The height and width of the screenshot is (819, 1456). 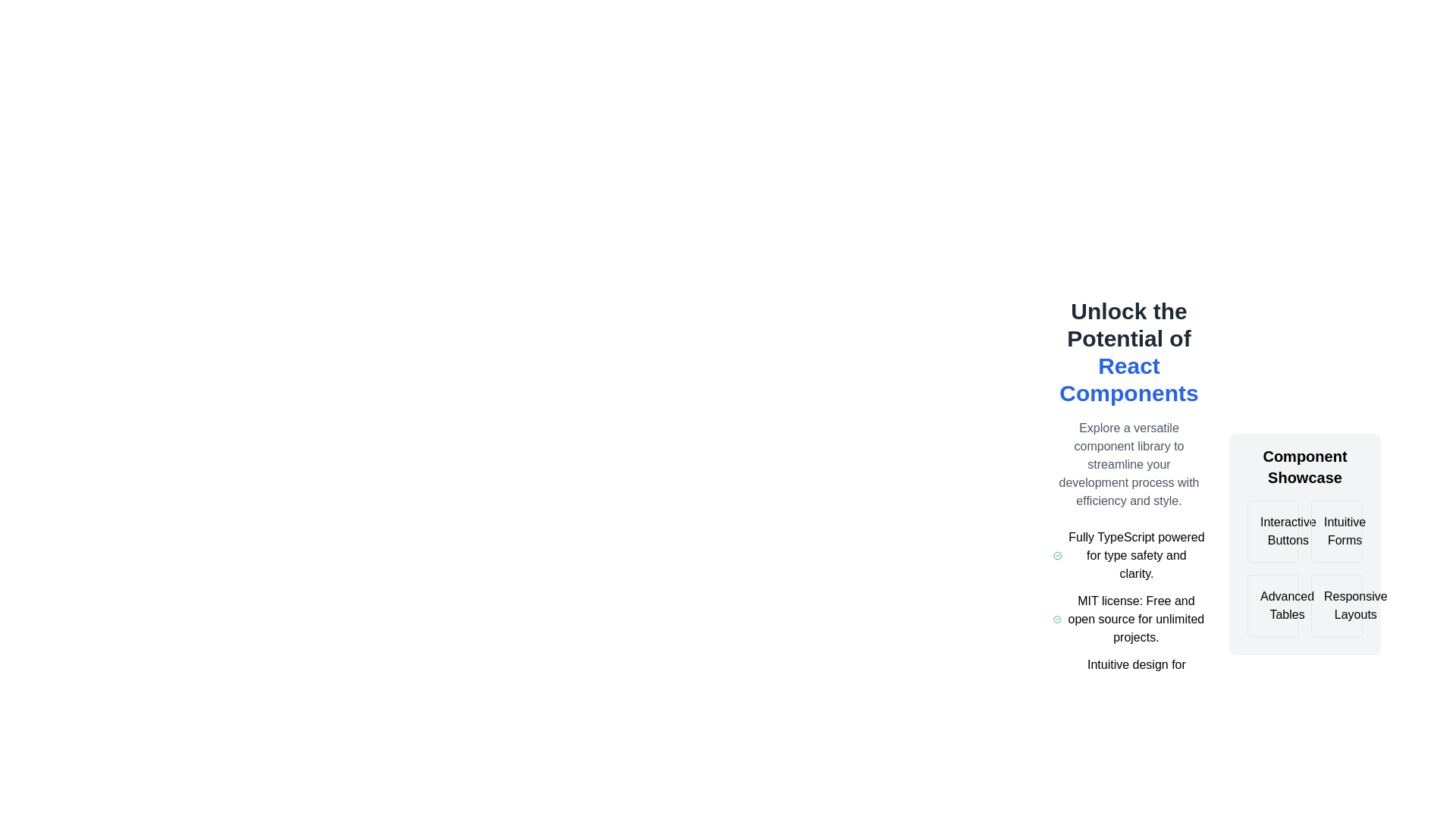 What do you see at coordinates (1345, 531) in the screenshot?
I see `the static text displaying 'Intuitive Forms' located in the upper right section of the interface within the 'Component Showcase' card` at bounding box center [1345, 531].